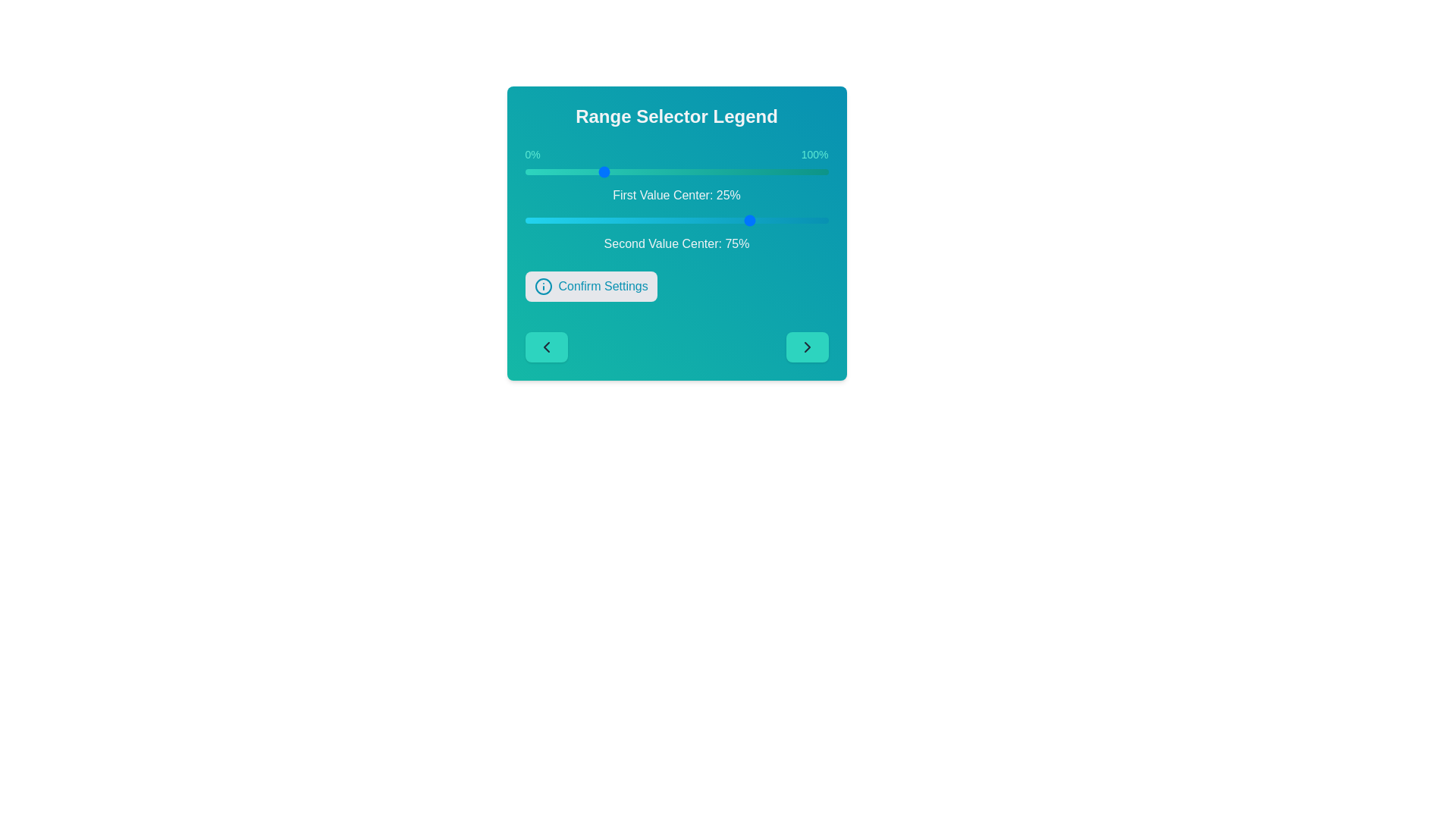 The height and width of the screenshot is (819, 1456). What do you see at coordinates (673, 171) in the screenshot?
I see `the slider value` at bounding box center [673, 171].